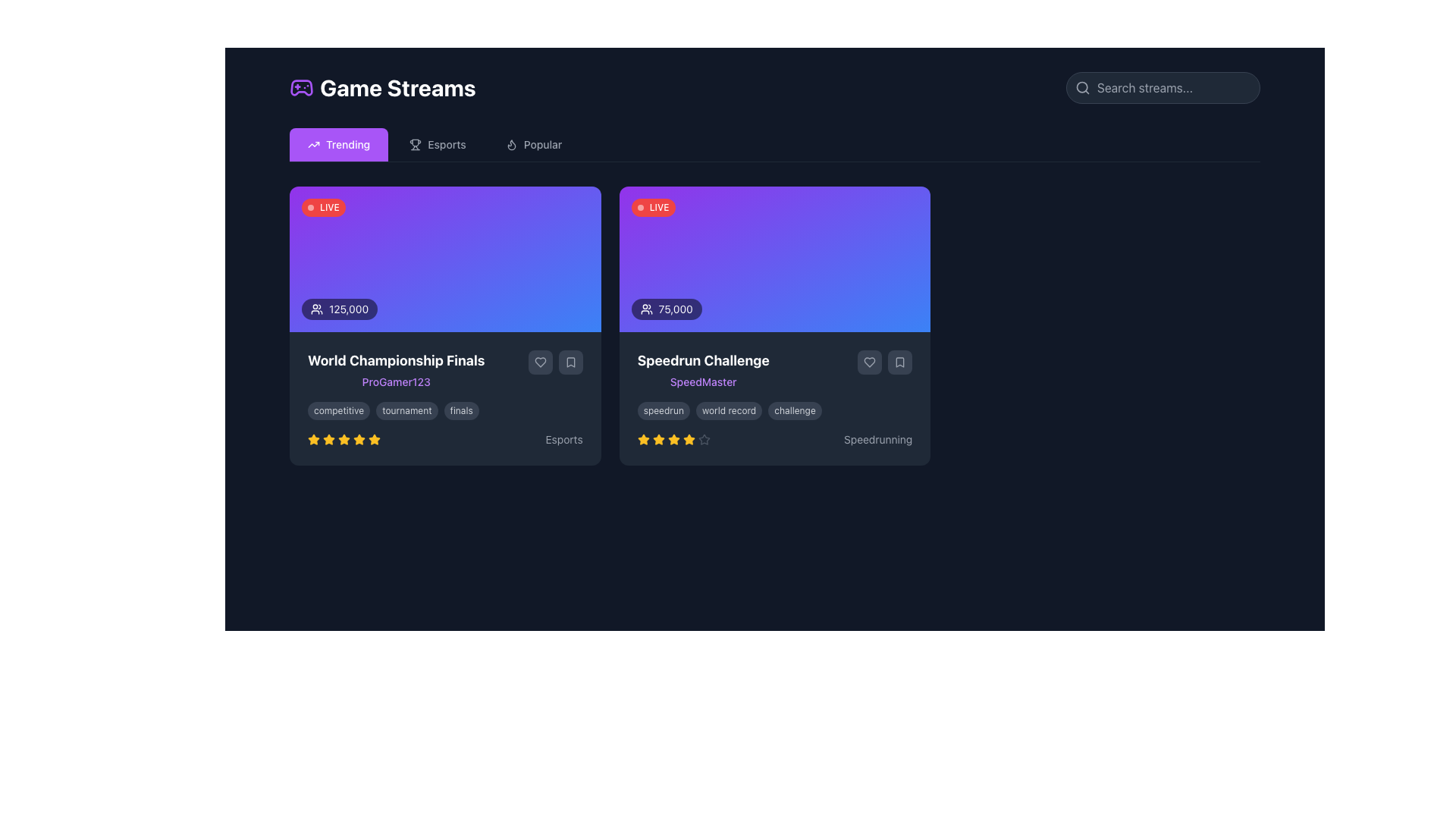 This screenshot has height=819, width=1456. Describe the element at coordinates (688, 439) in the screenshot. I see `the second star rating icon located in the lower section of the card to give a rating` at that location.